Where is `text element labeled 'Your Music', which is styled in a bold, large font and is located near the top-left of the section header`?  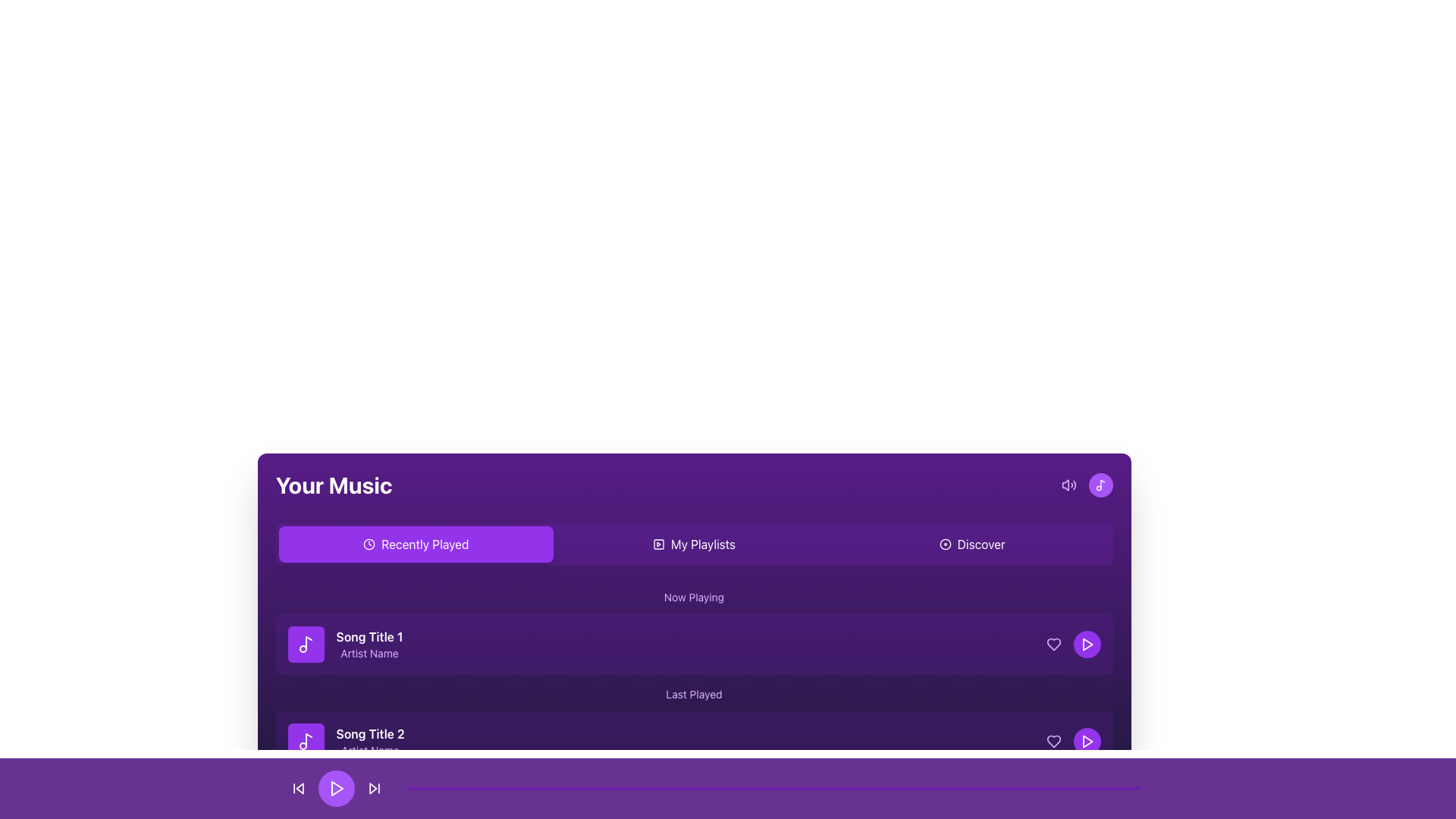
text element labeled 'Your Music', which is styled in a bold, large font and is located near the top-left of the section header is located at coordinates (333, 485).